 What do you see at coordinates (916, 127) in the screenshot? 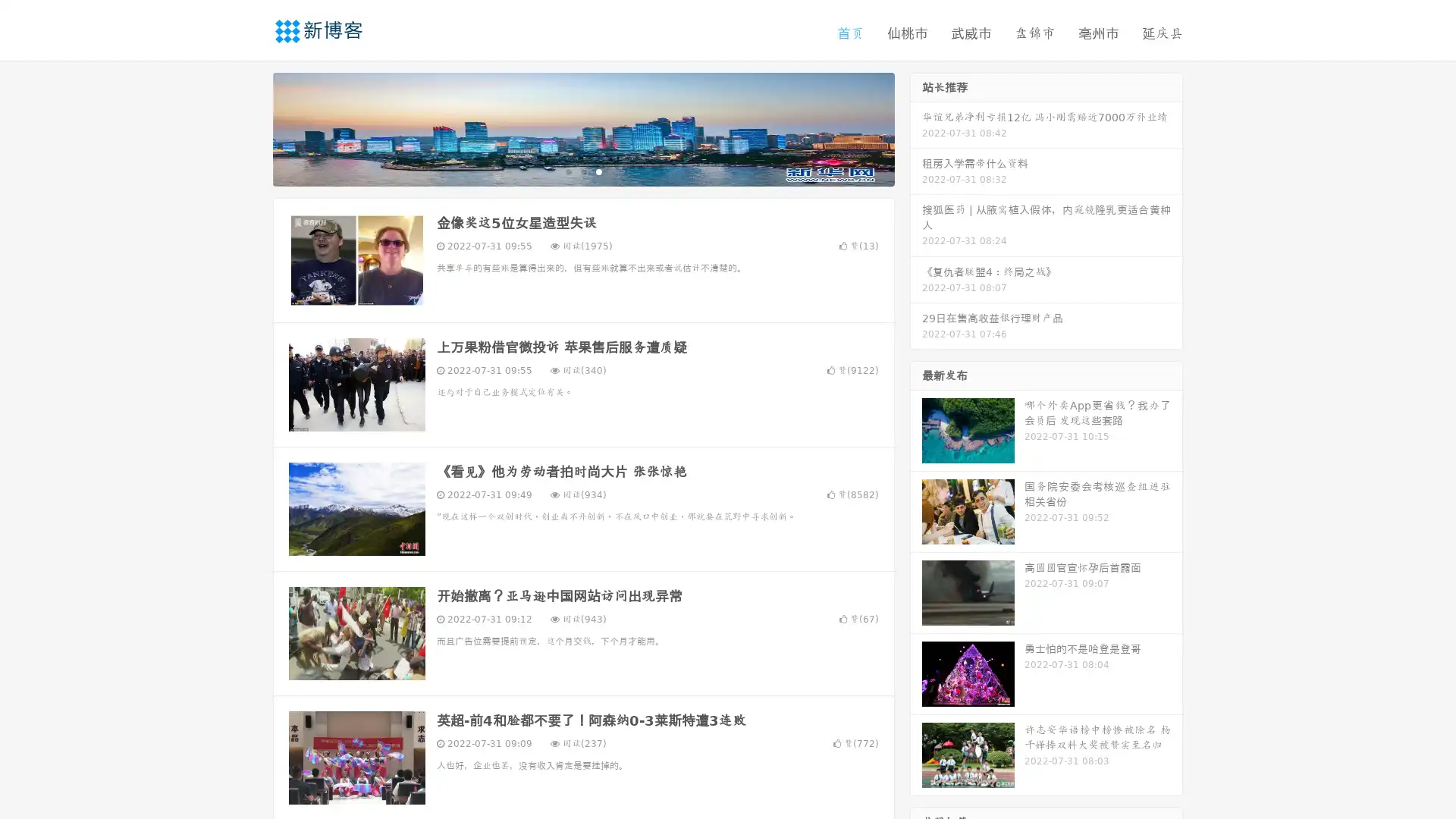
I see `Next slide` at bounding box center [916, 127].